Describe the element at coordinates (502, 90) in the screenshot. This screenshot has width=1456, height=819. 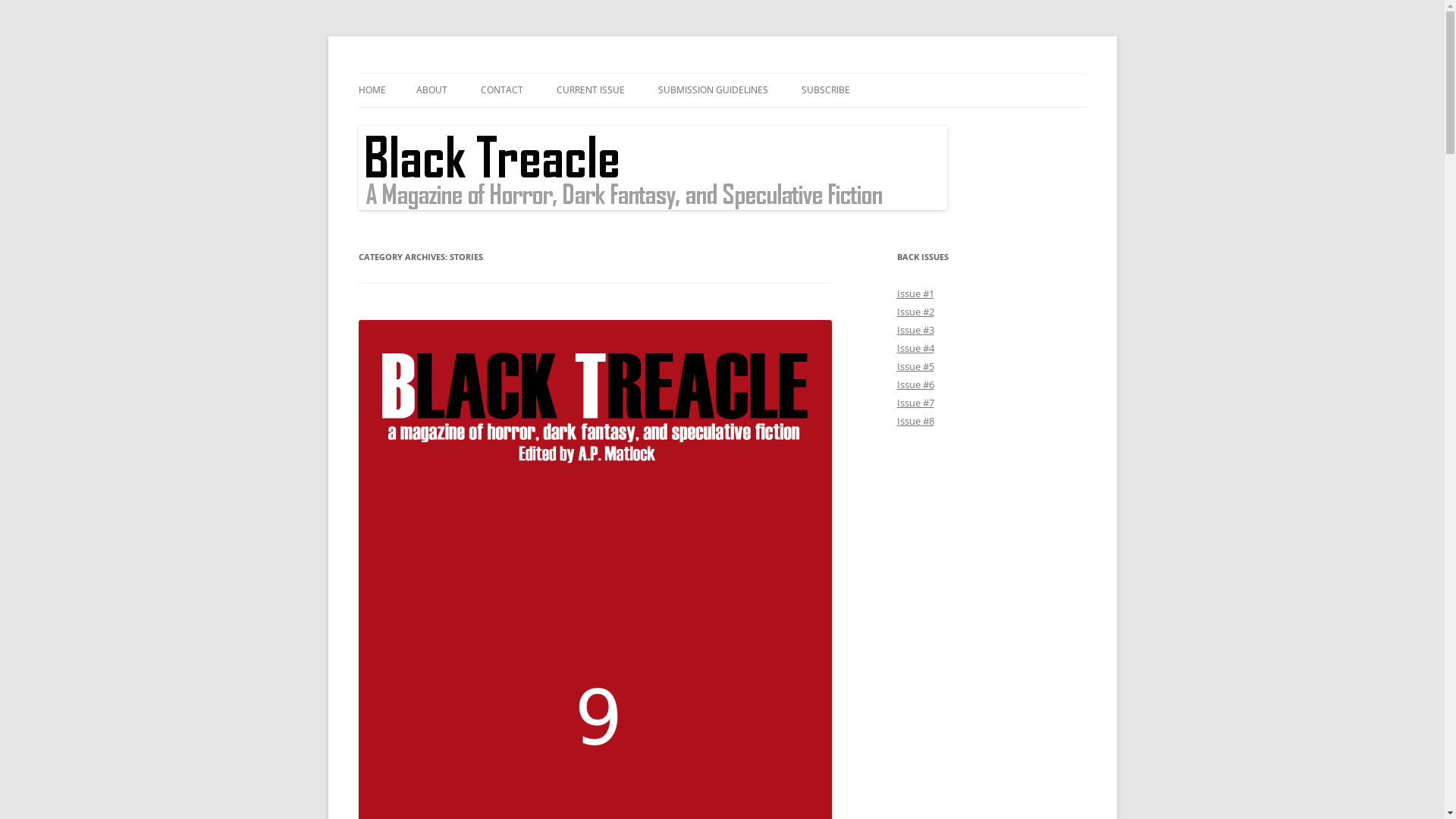
I see `'CONTACT'` at that location.